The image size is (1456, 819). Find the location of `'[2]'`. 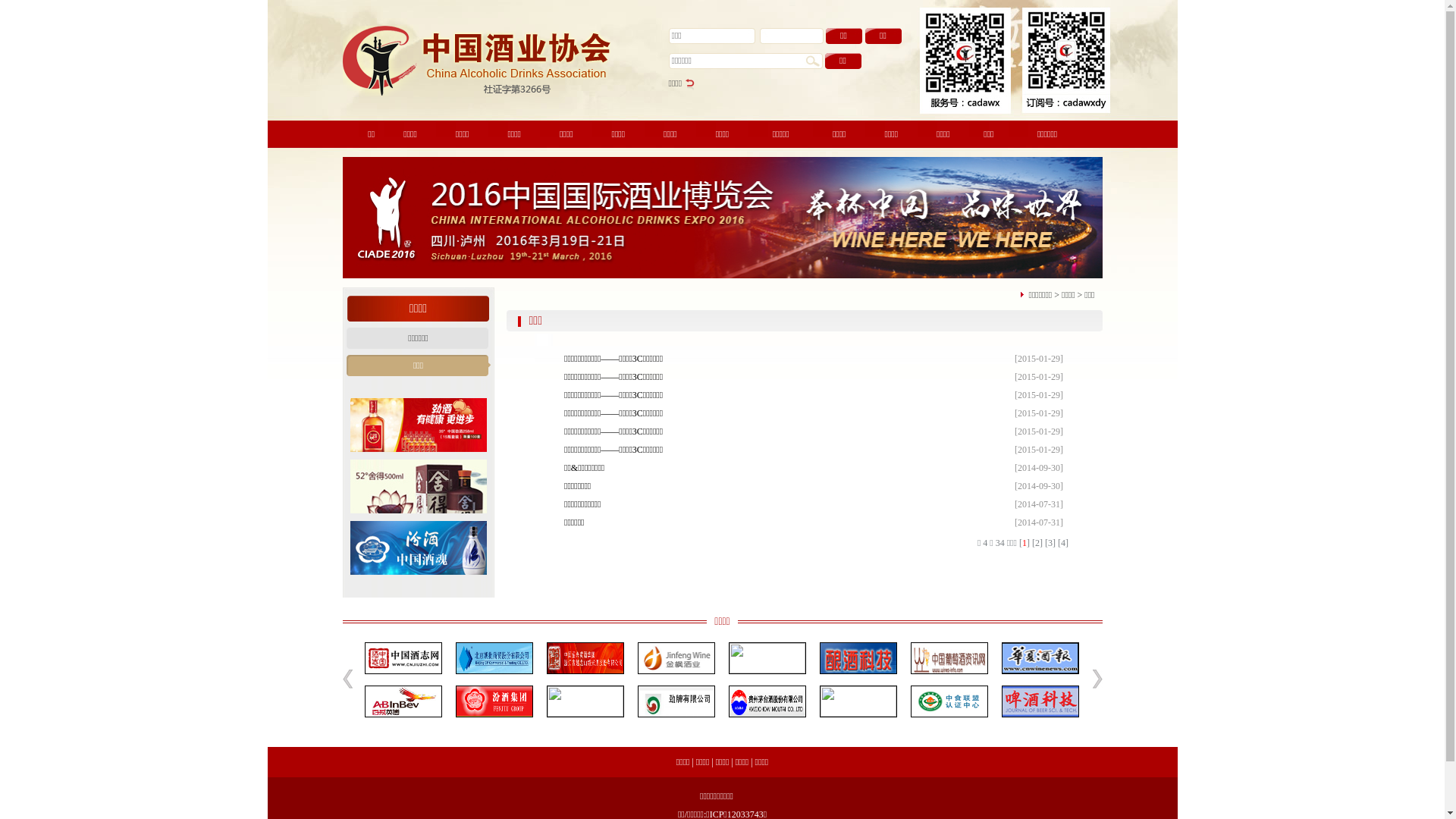

'[2]' is located at coordinates (1037, 542).